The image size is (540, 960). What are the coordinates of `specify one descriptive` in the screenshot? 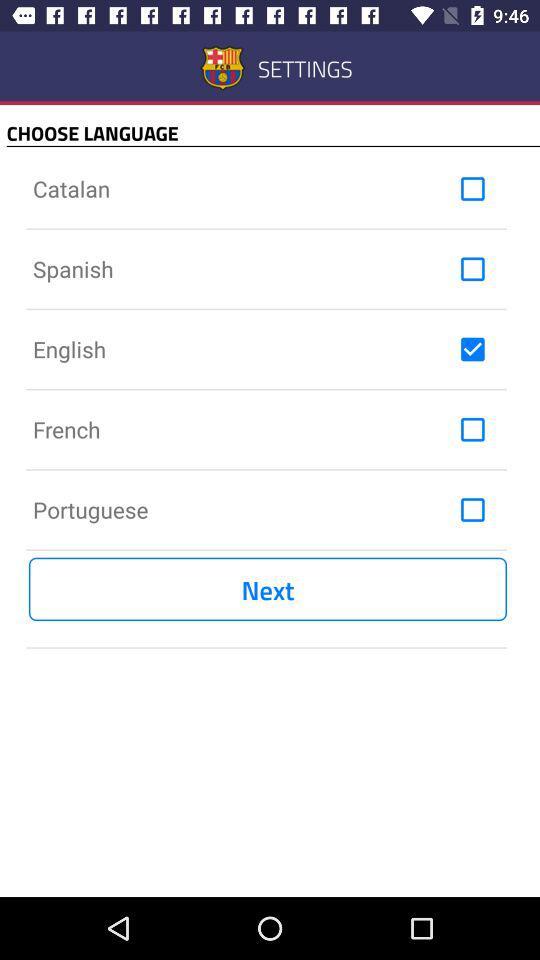 It's located at (472, 349).